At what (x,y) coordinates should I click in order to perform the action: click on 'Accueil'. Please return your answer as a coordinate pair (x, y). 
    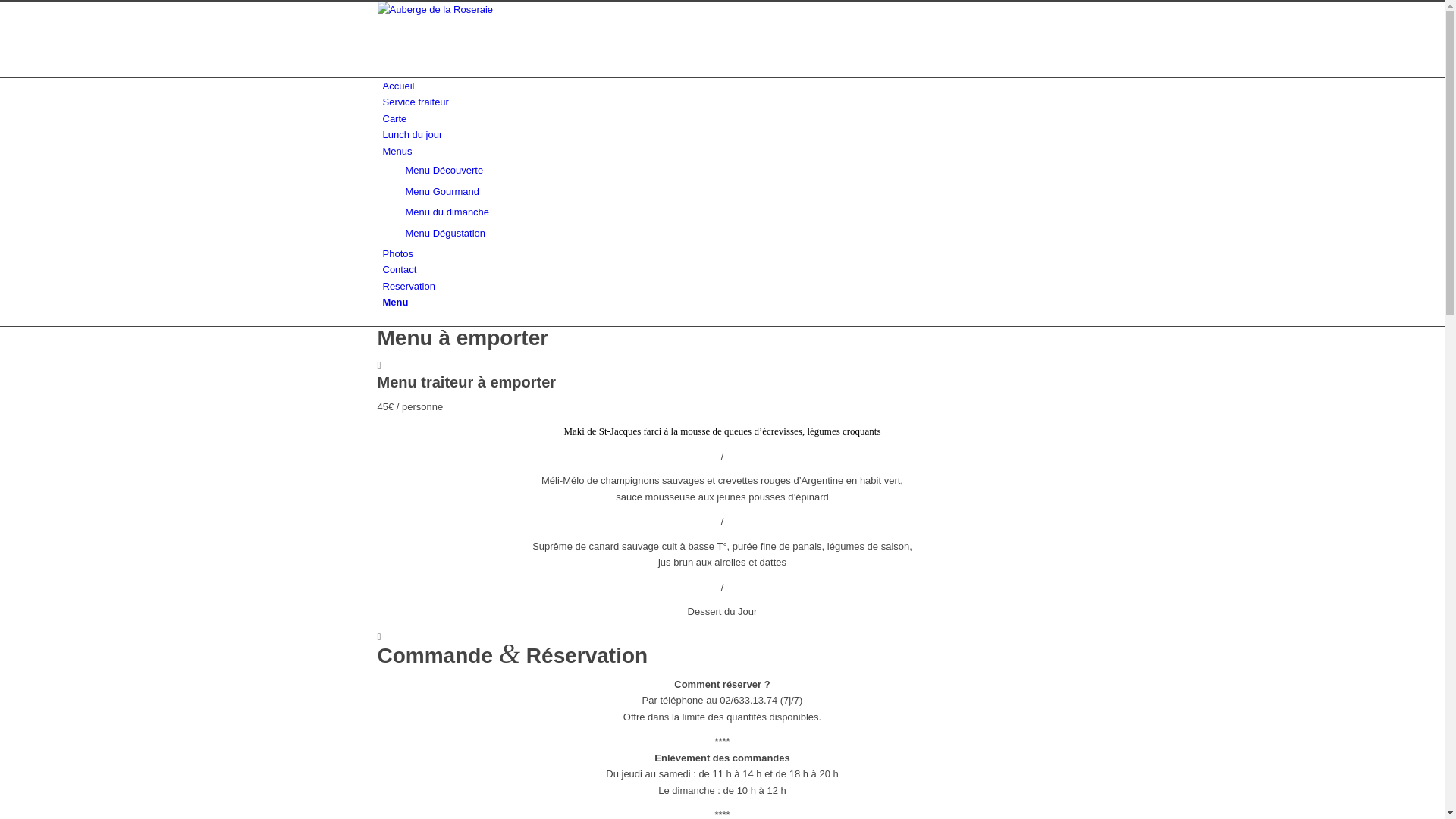
    Looking at the image, I should click on (397, 86).